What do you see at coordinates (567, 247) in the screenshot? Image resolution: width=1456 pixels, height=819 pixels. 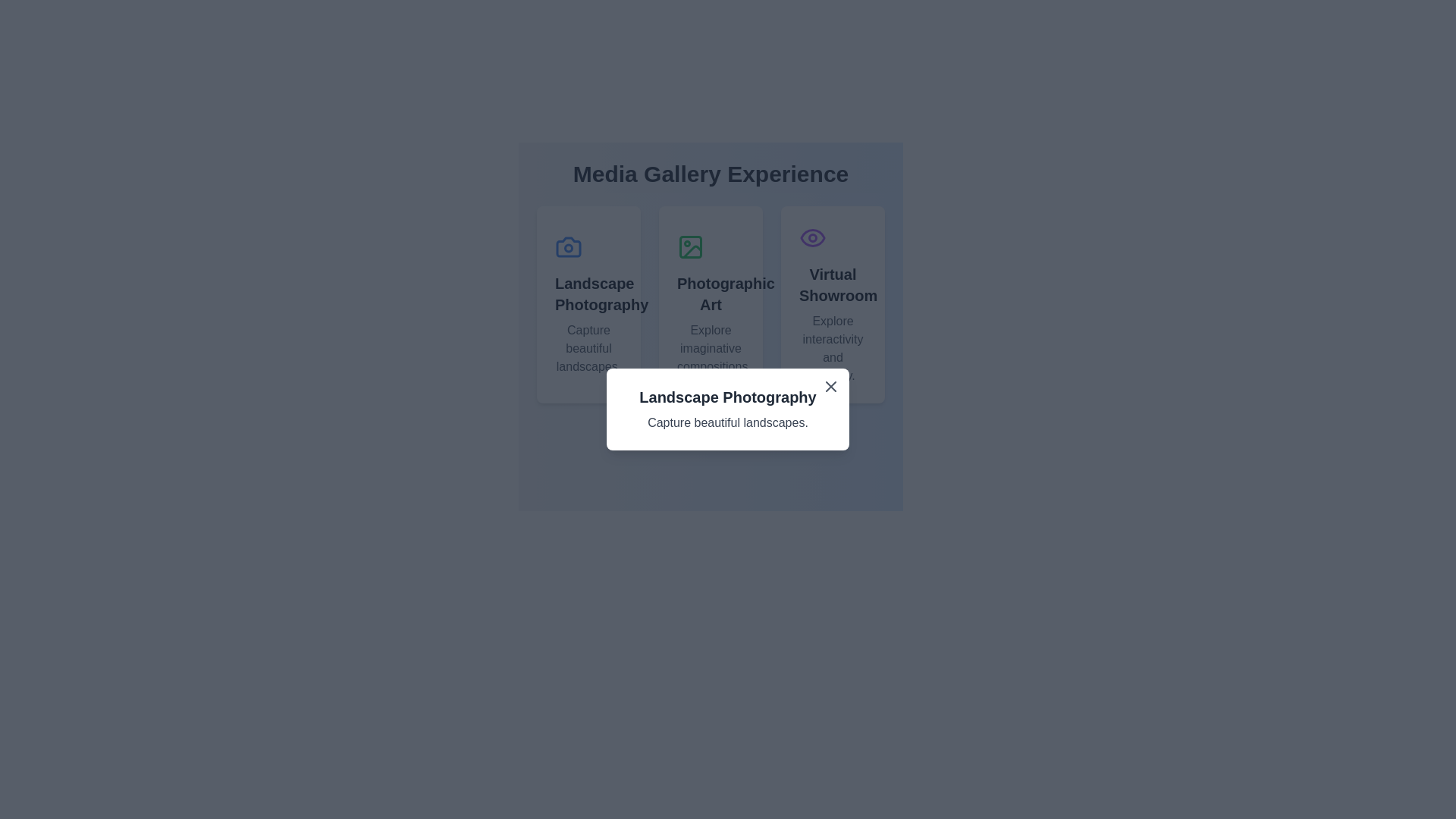 I see `the decorative circular detail (SVG circle) within the camera icon on the leftmost 'Landscape Photography' card` at bounding box center [567, 247].